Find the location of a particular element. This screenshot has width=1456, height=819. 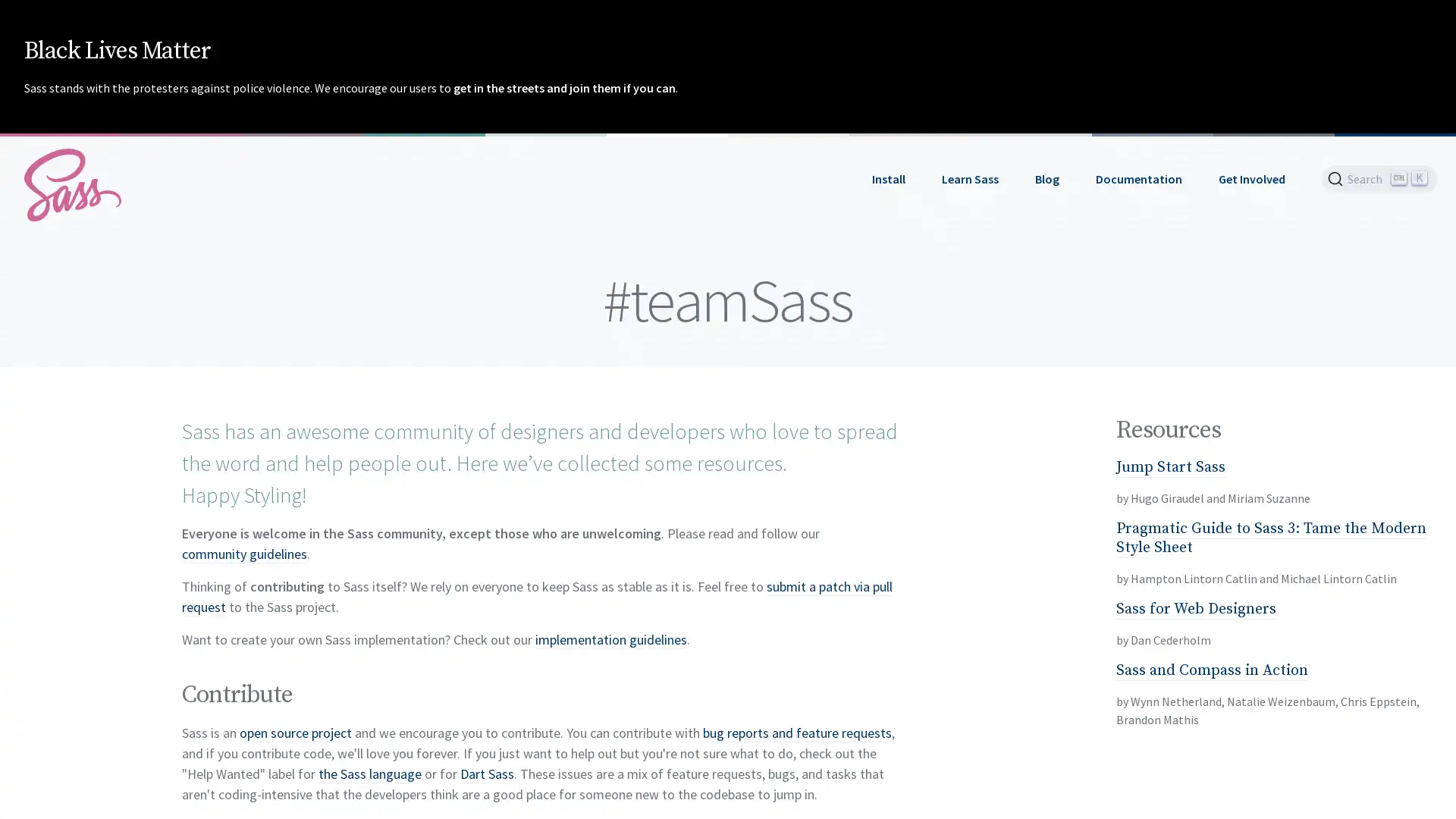

Search is located at coordinates (1379, 177).